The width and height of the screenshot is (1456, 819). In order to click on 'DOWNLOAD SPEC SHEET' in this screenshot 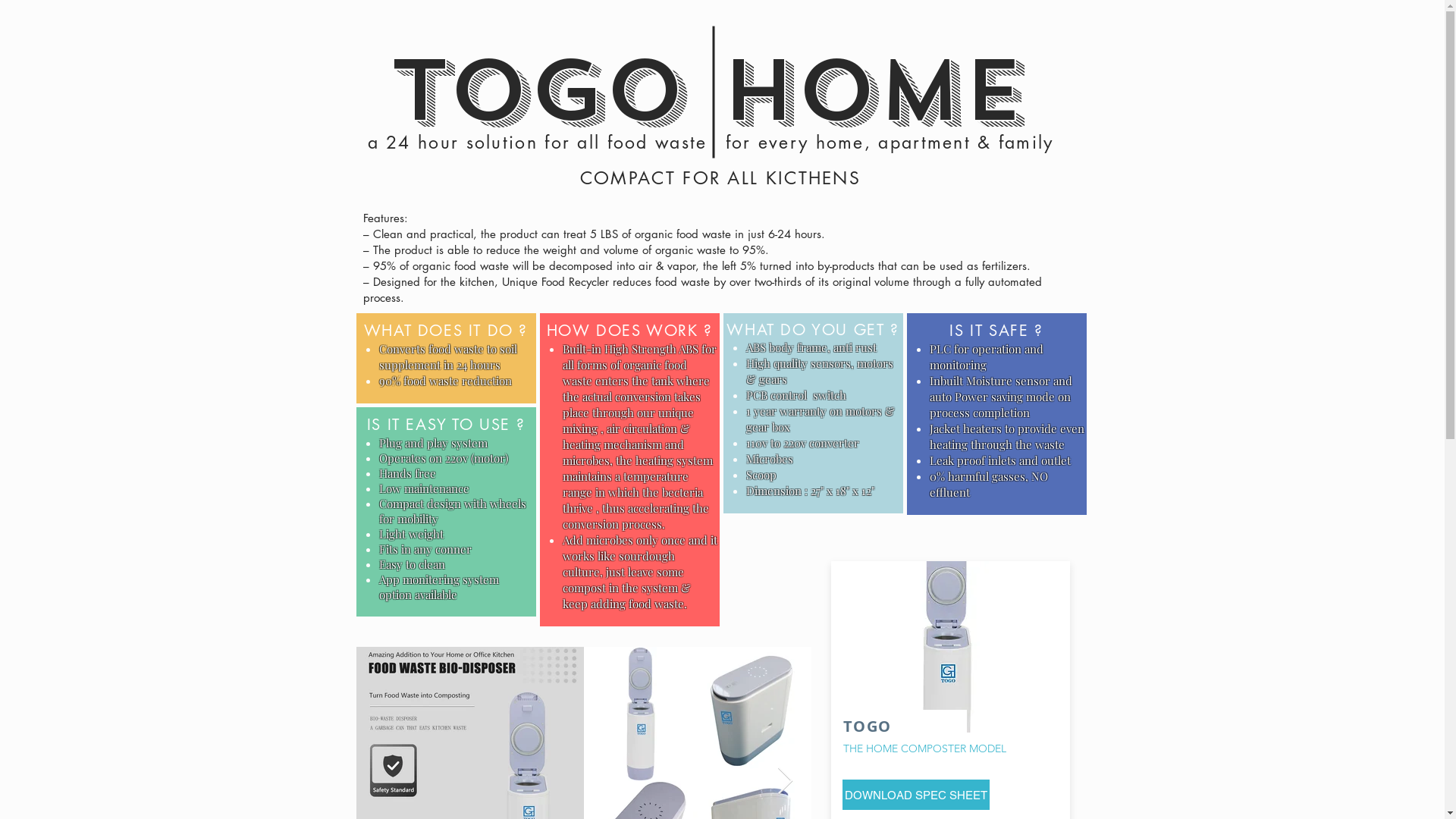, I will do `click(840, 794)`.